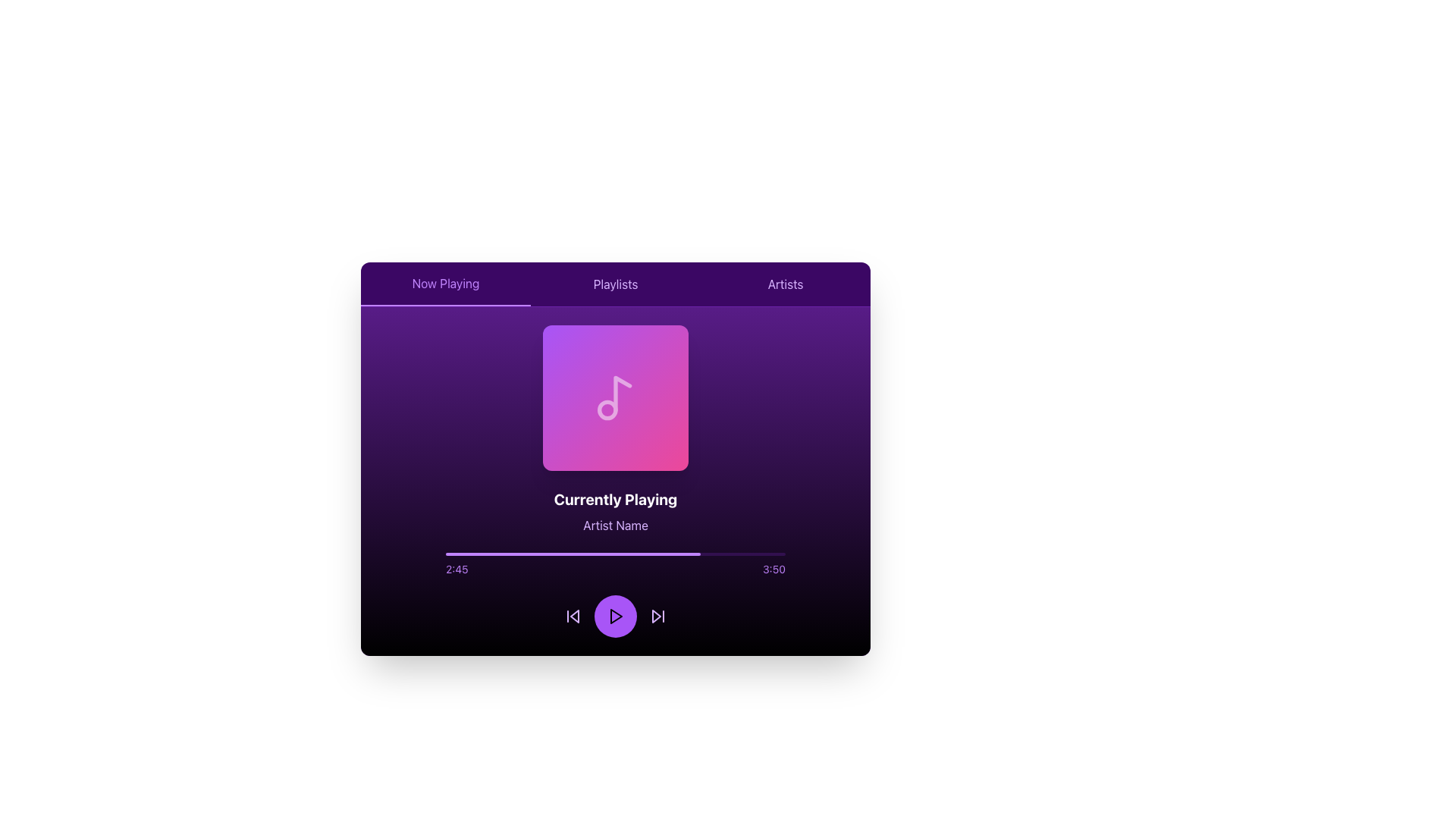 Image resolution: width=1456 pixels, height=819 pixels. Describe the element at coordinates (615, 617) in the screenshot. I see `the middle button that toggles audio playback, located centrally at the bottom of the interface between two skip buttons` at that location.